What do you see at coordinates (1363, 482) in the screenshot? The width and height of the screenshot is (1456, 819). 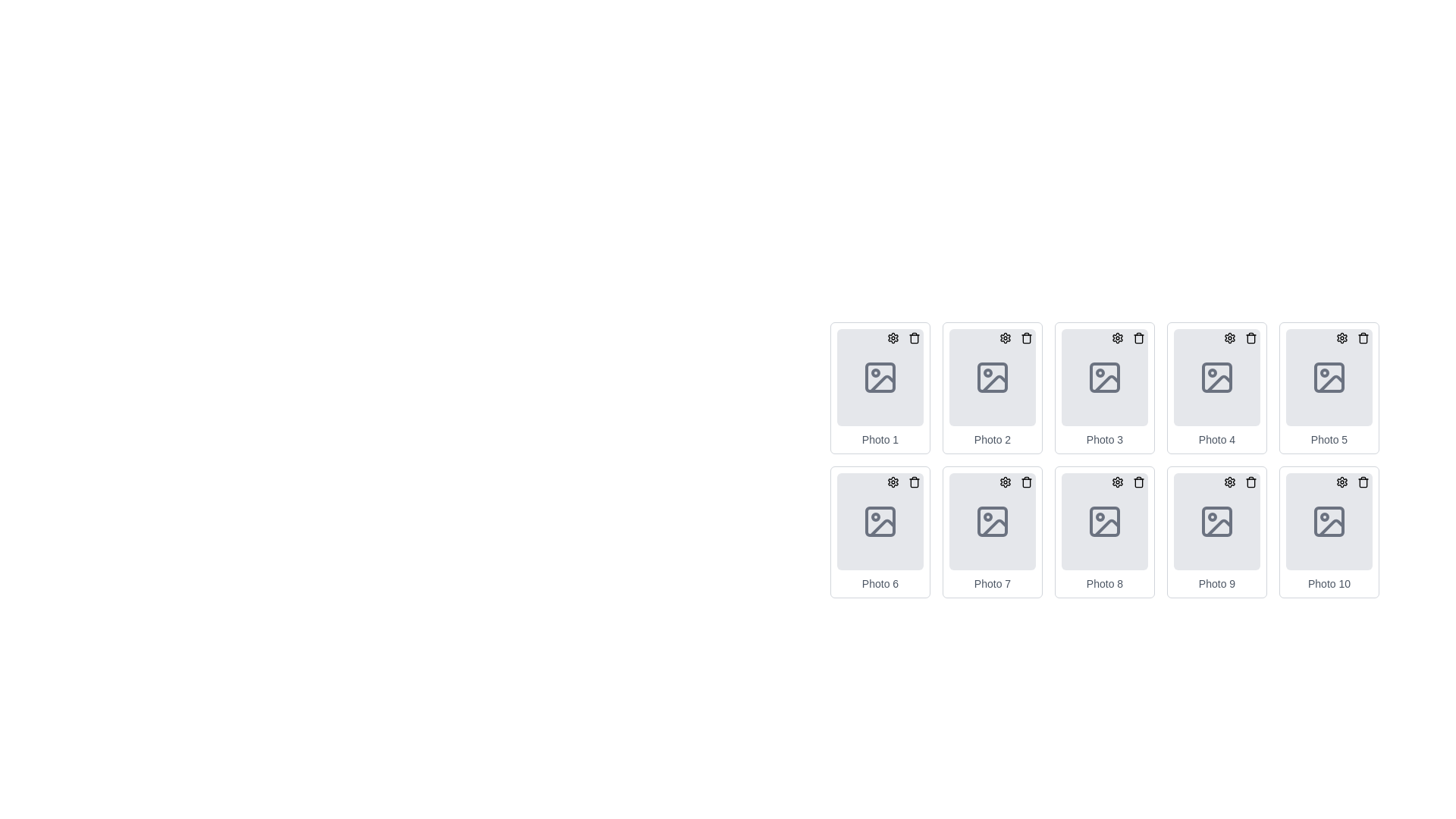 I see `the trash bin icon button located in the top-right corner of the 'Photo 10' card` at bounding box center [1363, 482].